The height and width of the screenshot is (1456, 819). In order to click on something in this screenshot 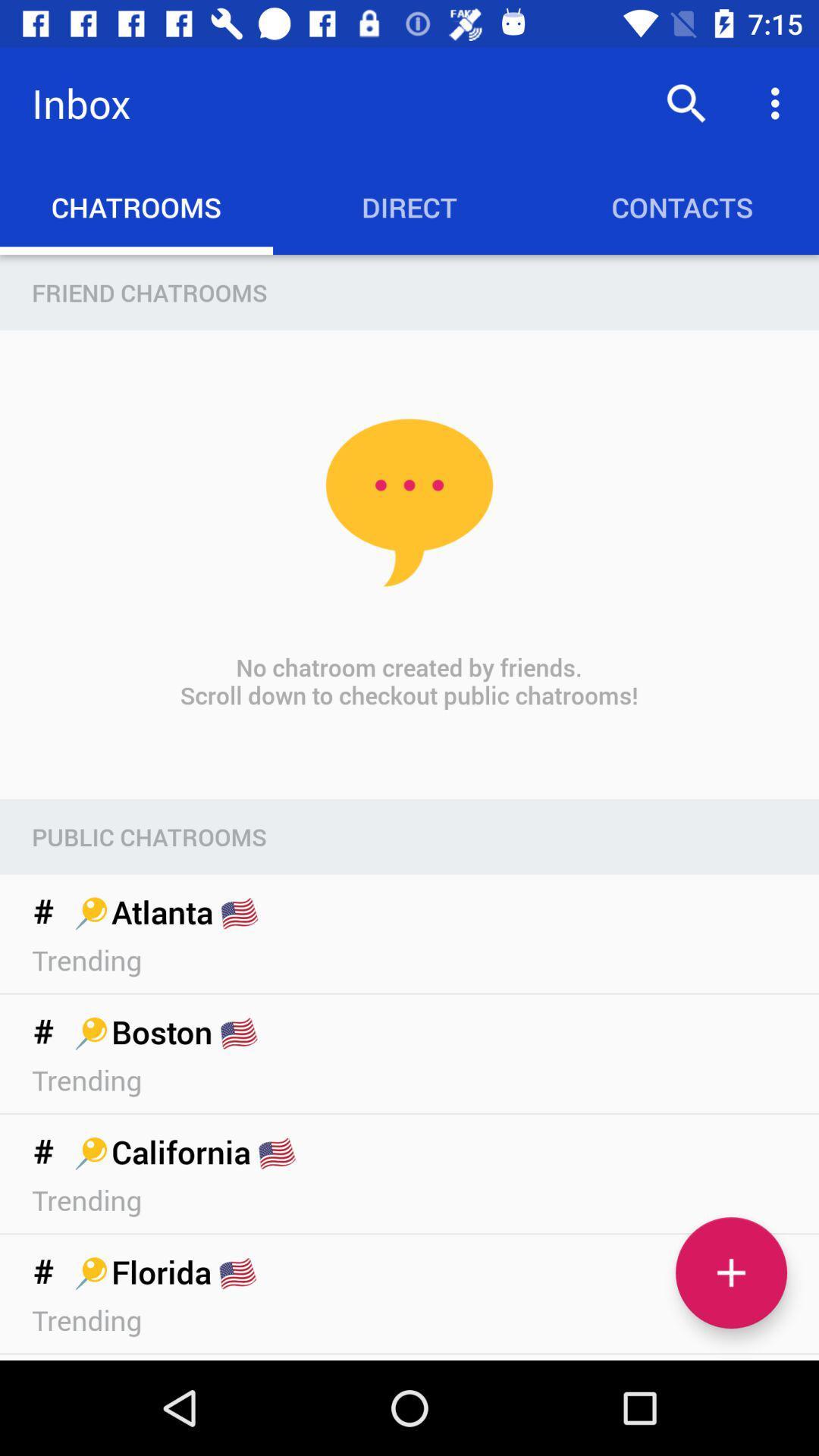, I will do `click(730, 1272)`.